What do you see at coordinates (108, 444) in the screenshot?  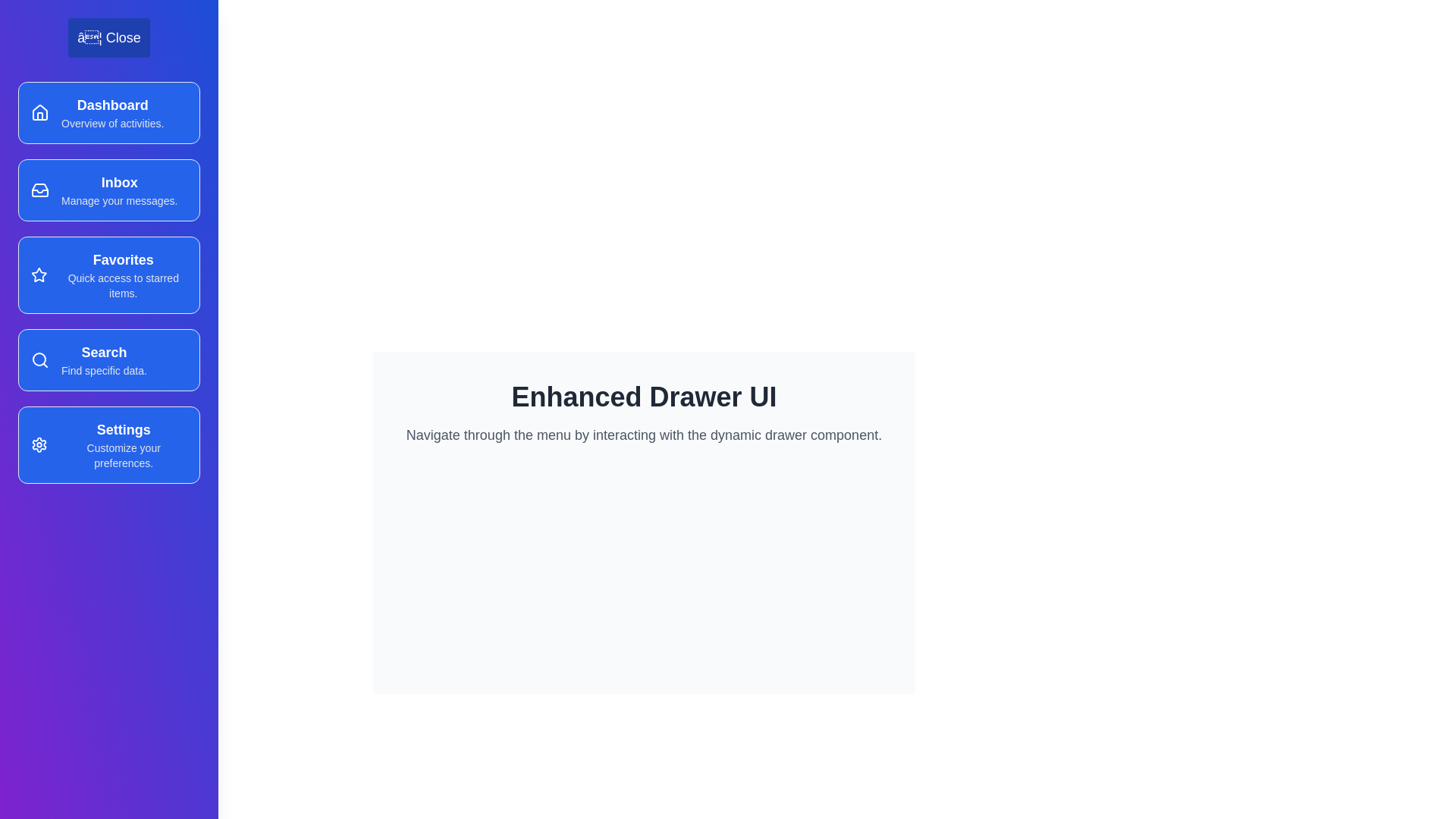 I see `the menu item corresponding to Settings` at bounding box center [108, 444].